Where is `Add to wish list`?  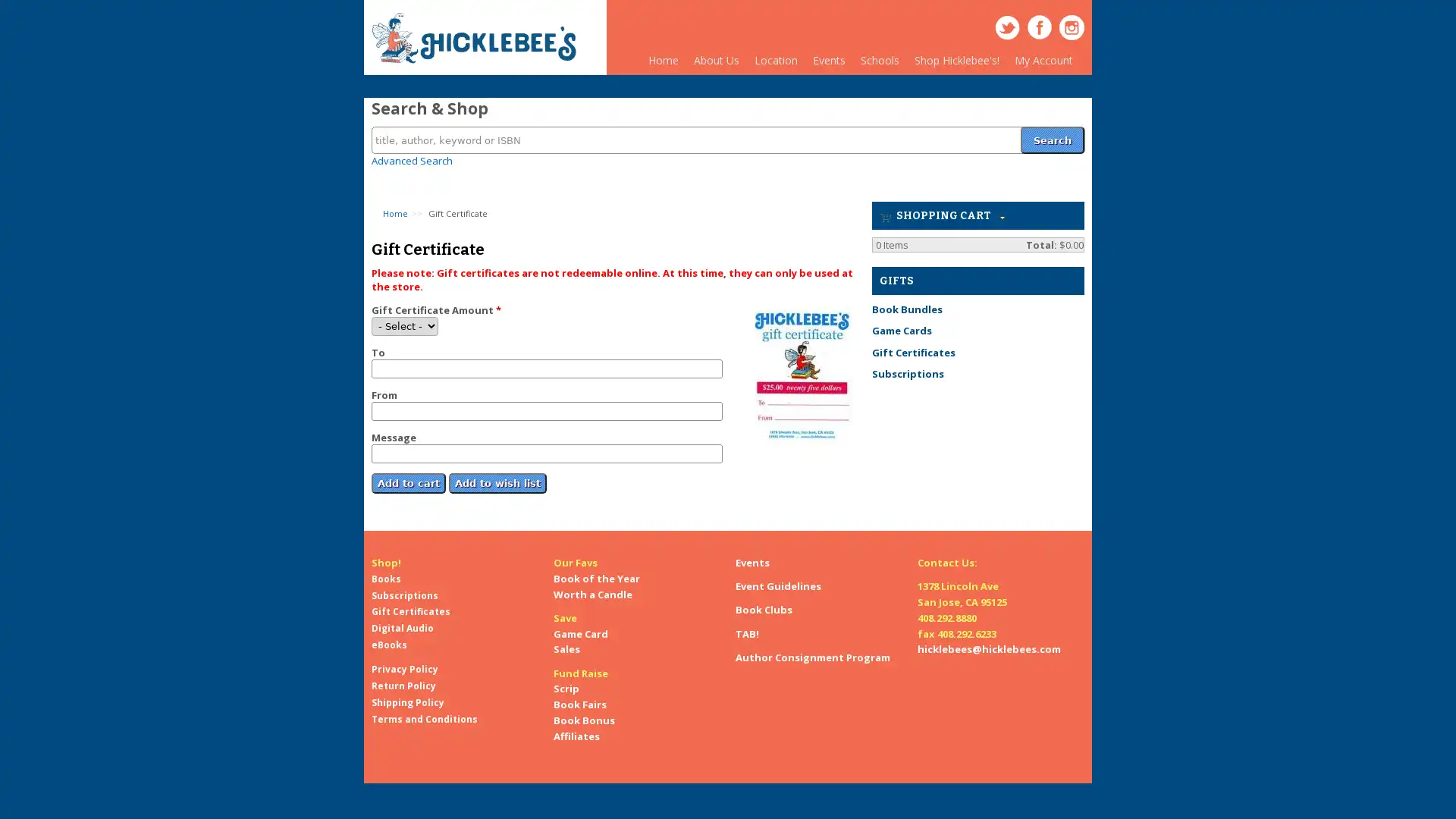
Add to wish list is located at coordinates (497, 473).